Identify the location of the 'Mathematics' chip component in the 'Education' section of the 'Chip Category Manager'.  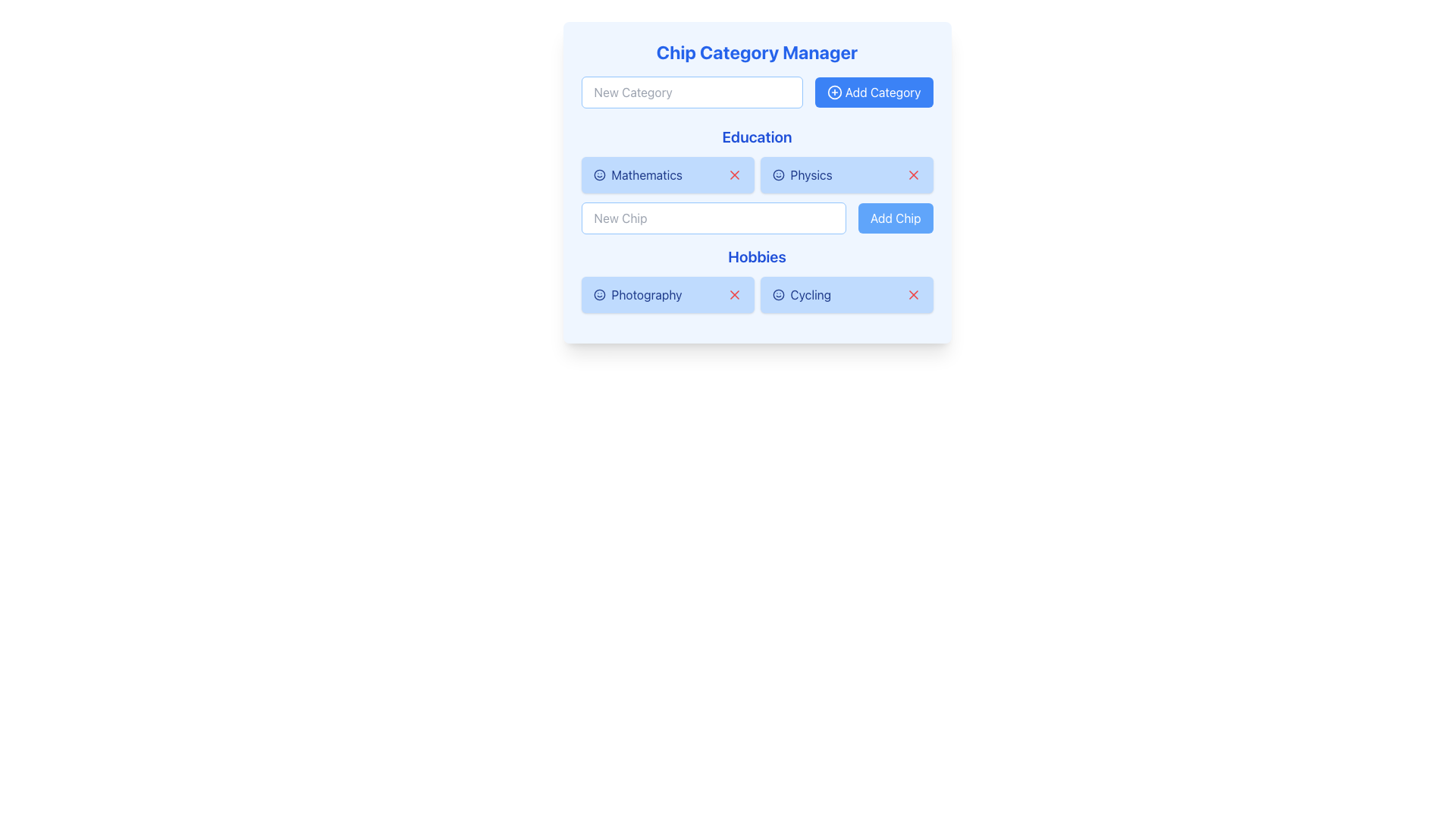
(667, 174).